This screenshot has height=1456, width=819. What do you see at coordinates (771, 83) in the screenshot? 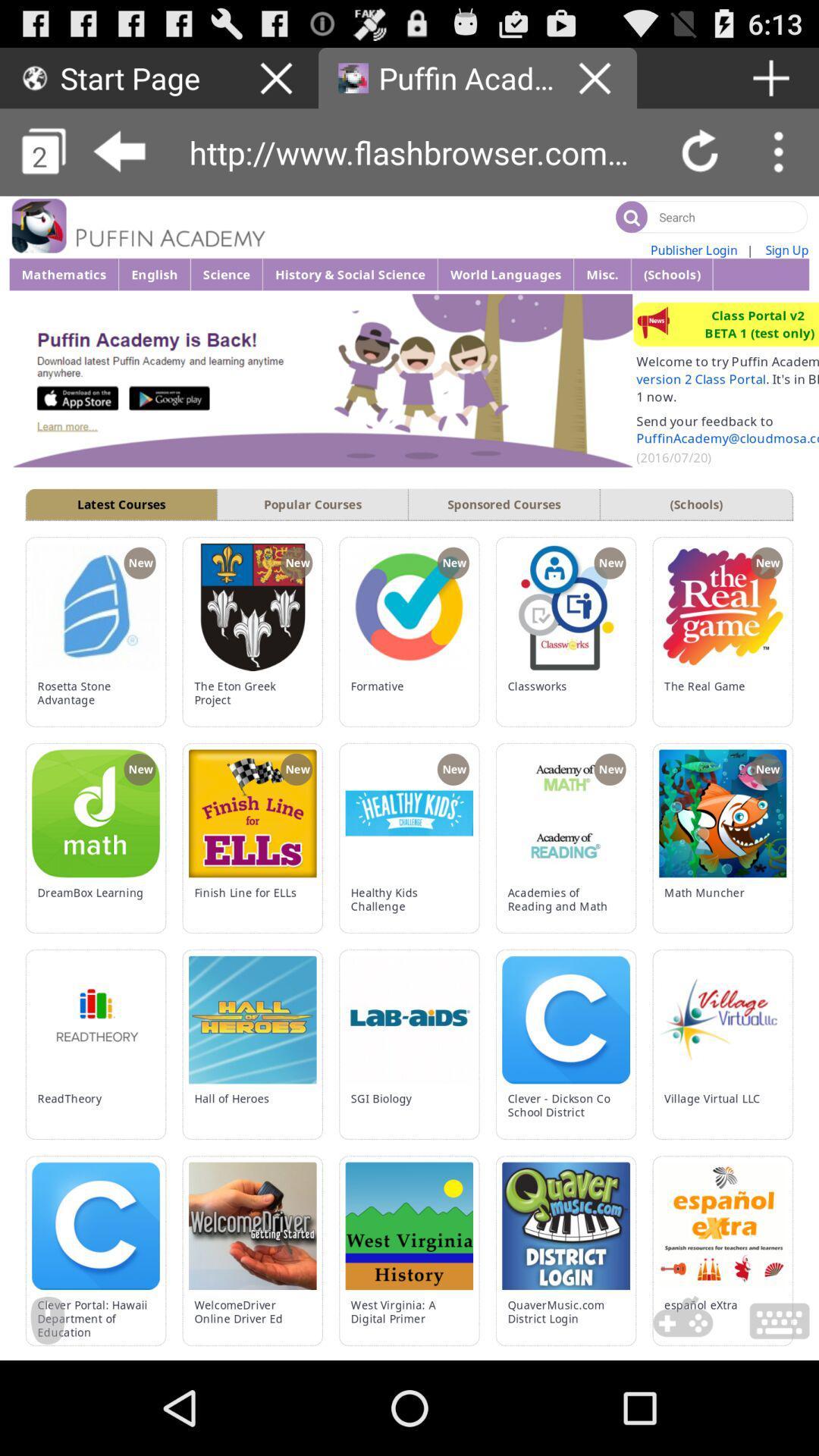
I see `the add icon` at bounding box center [771, 83].